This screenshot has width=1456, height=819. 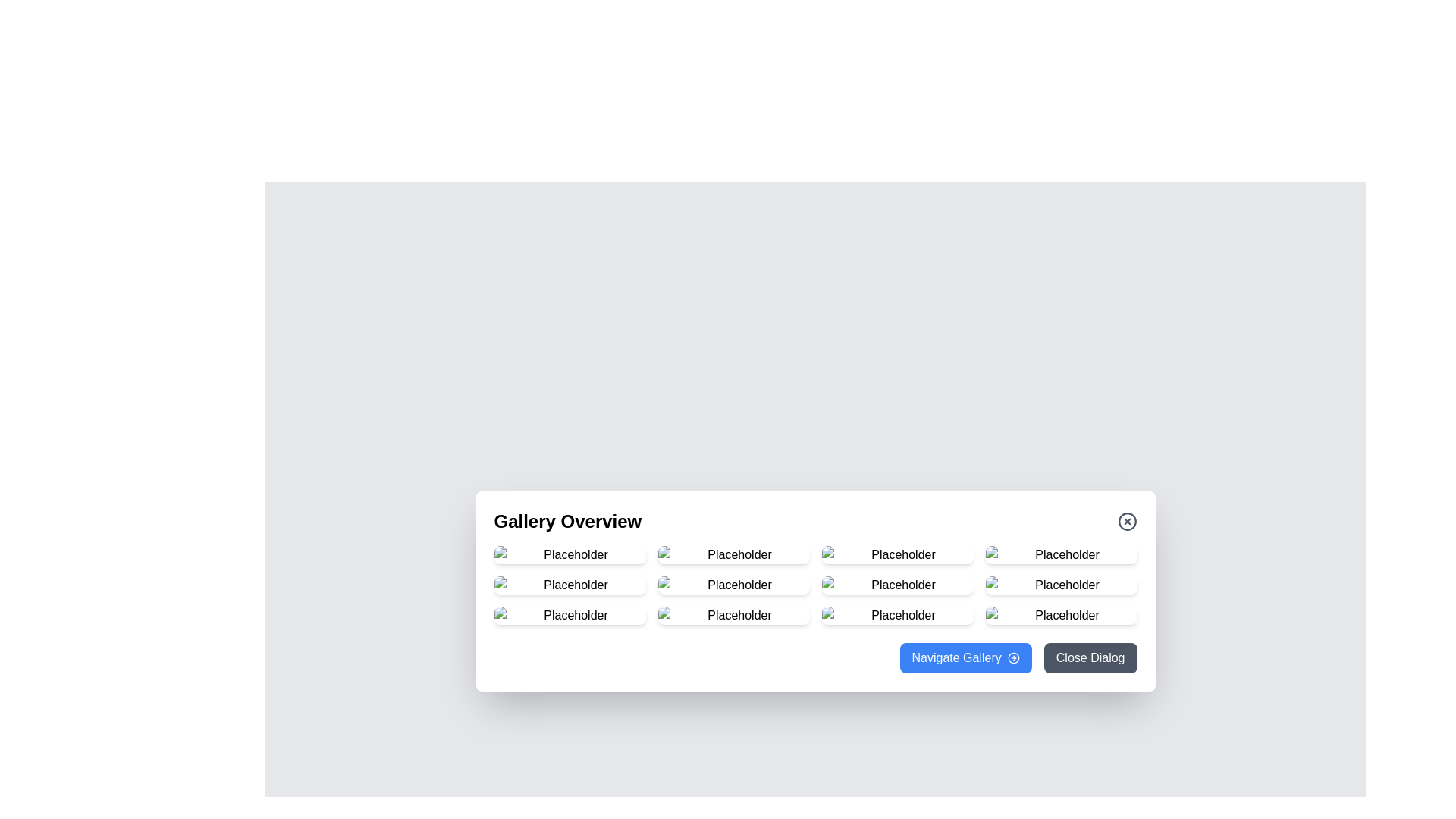 What do you see at coordinates (965, 657) in the screenshot?
I see `'Navigate Gallery' button to proceed` at bounding box center [965, 657].